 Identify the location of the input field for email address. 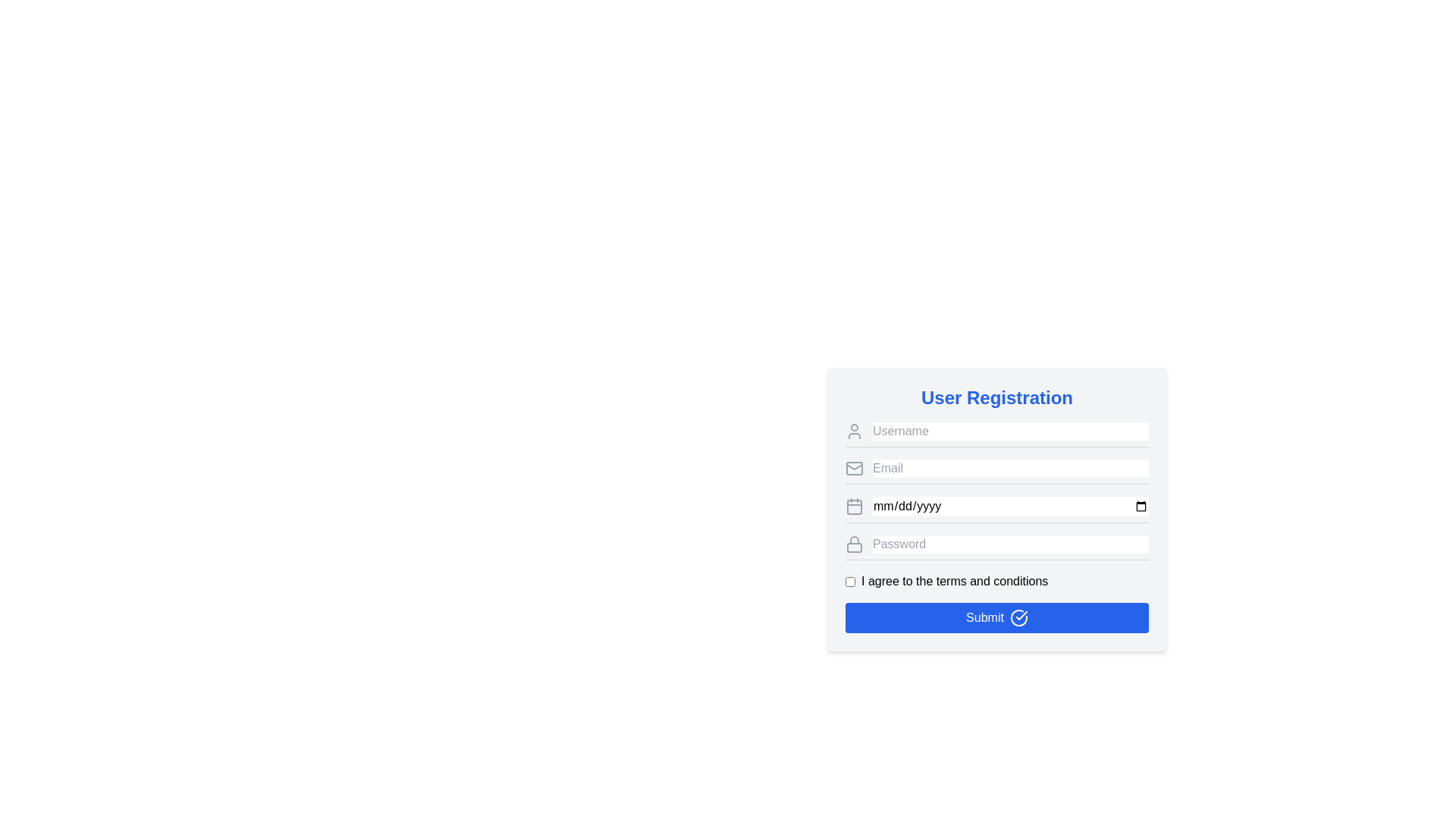
(997, 471).